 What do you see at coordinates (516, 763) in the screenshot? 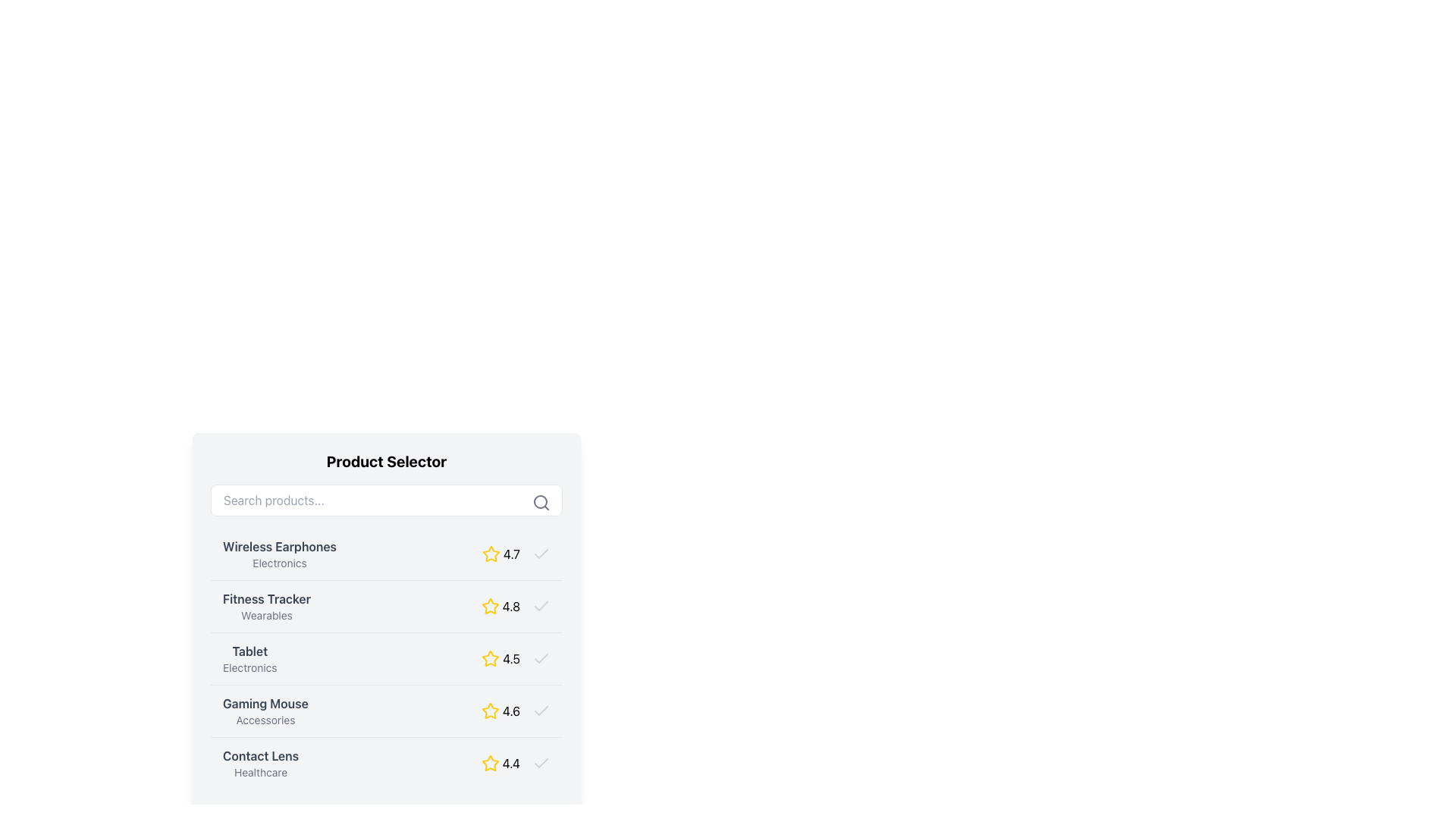
I see `the rating display element that shows a yellow star icon followed by the text '4.4' and includes a gray checkmark, located at the bottom of the 'Contact Lens Healthcare' card` at bounding box center [516, 763].